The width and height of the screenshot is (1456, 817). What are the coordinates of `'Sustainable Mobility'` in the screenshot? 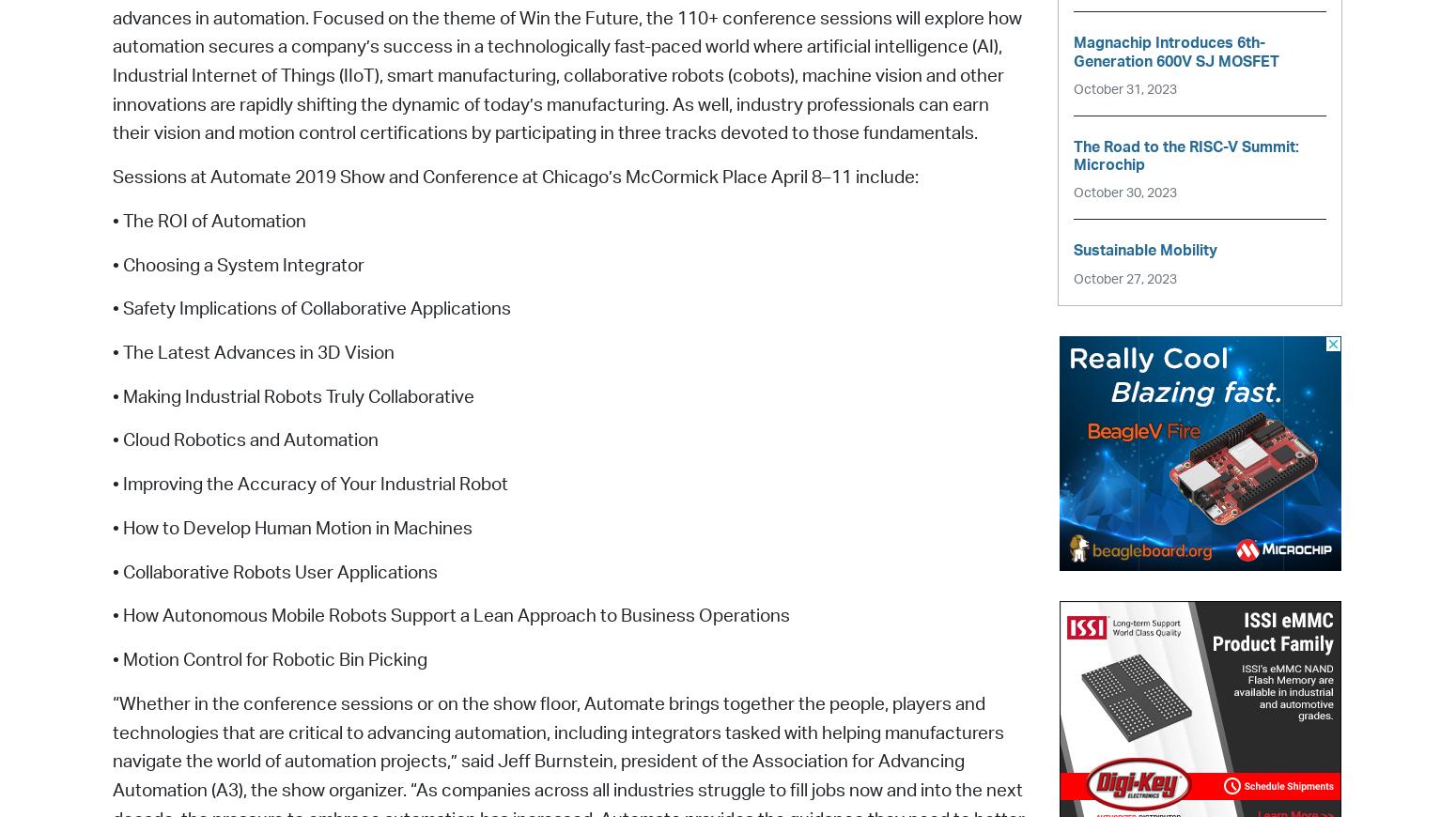 It's located at (1145, 251).